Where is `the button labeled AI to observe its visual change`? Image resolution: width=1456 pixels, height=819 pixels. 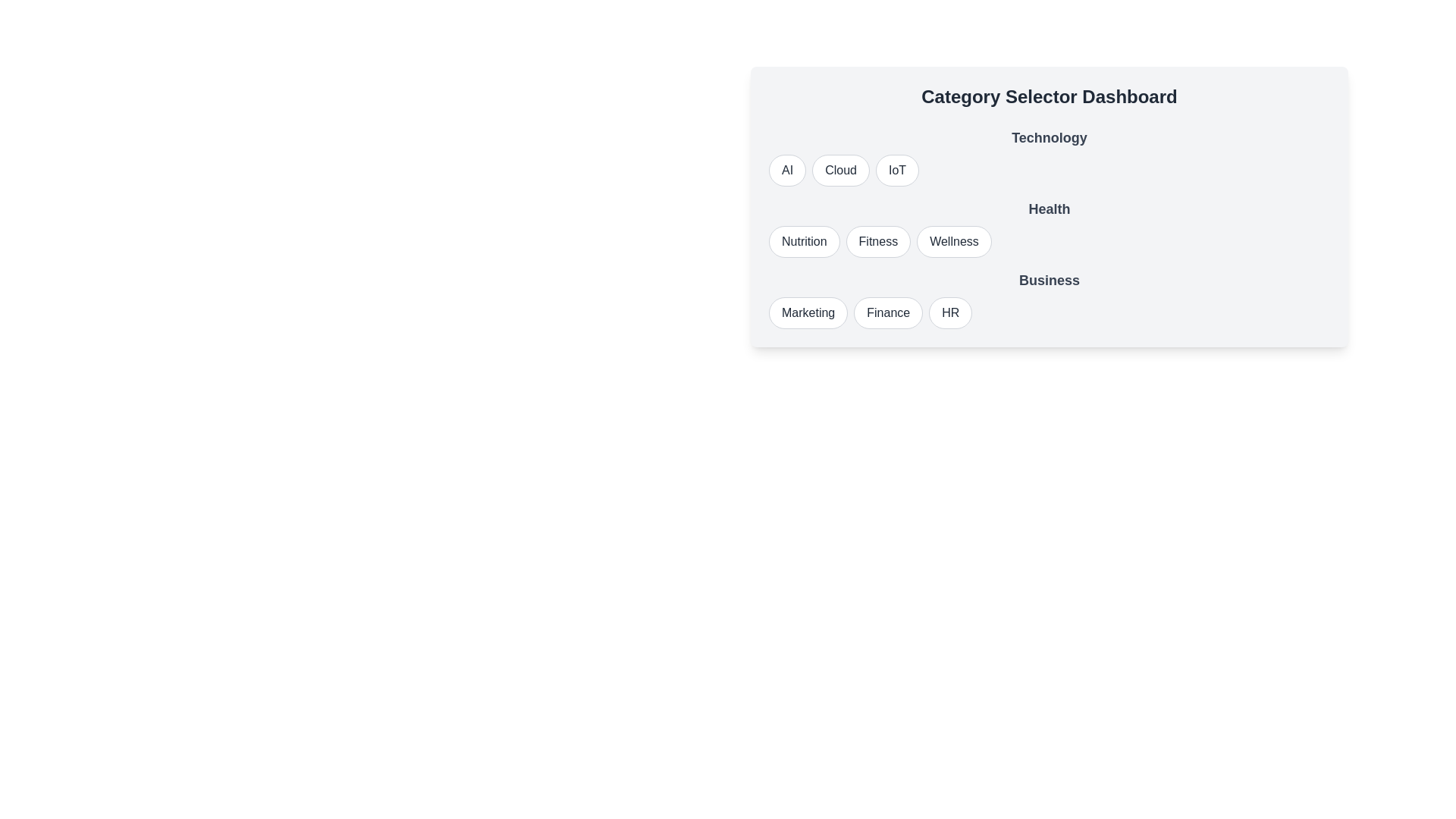 the button labeled AI to observe its visual change is located at coordinates (786, 170).